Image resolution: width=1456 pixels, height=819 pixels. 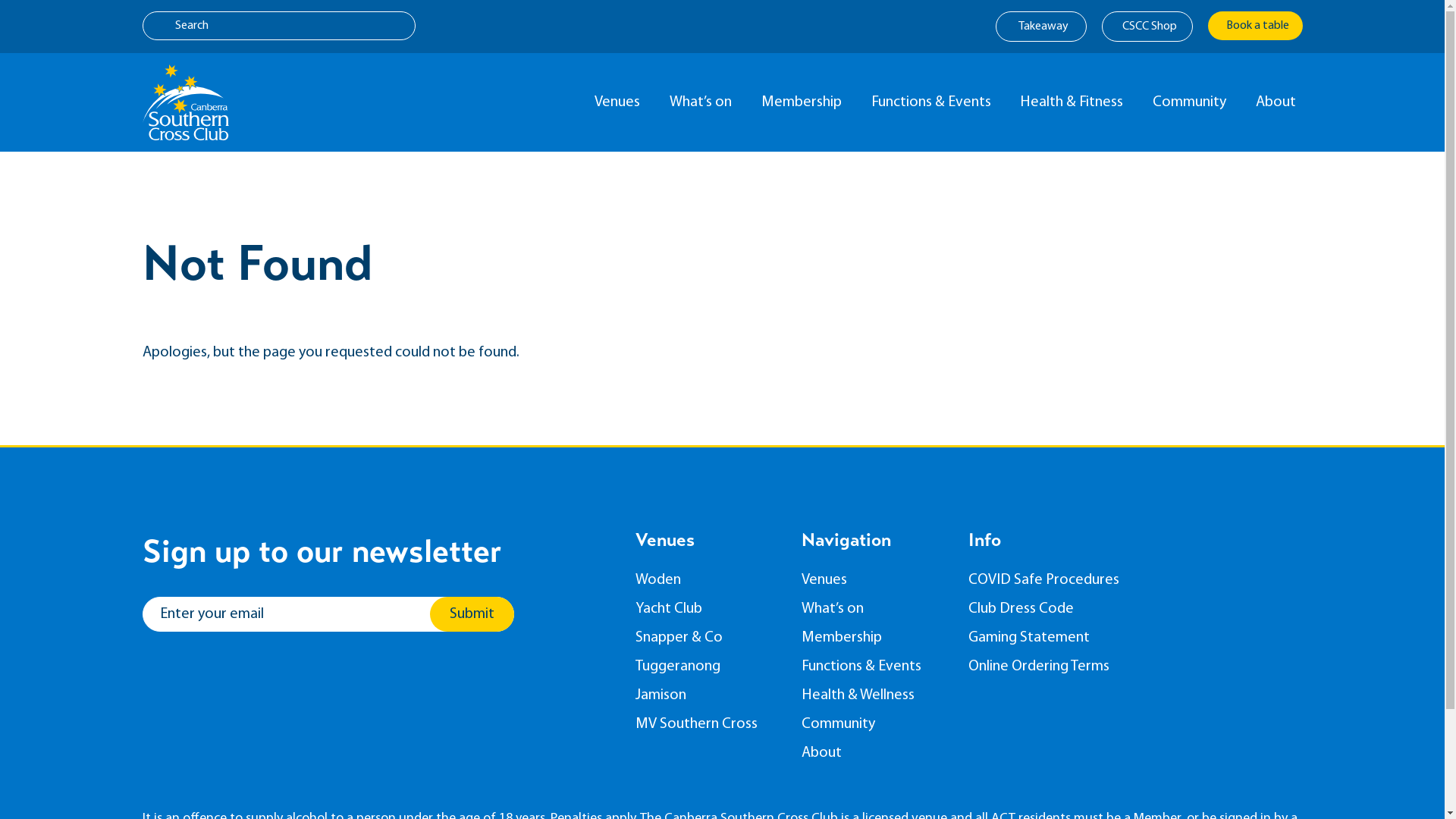 I want to click on 'Takeaway', so click(x=1040, y=26).